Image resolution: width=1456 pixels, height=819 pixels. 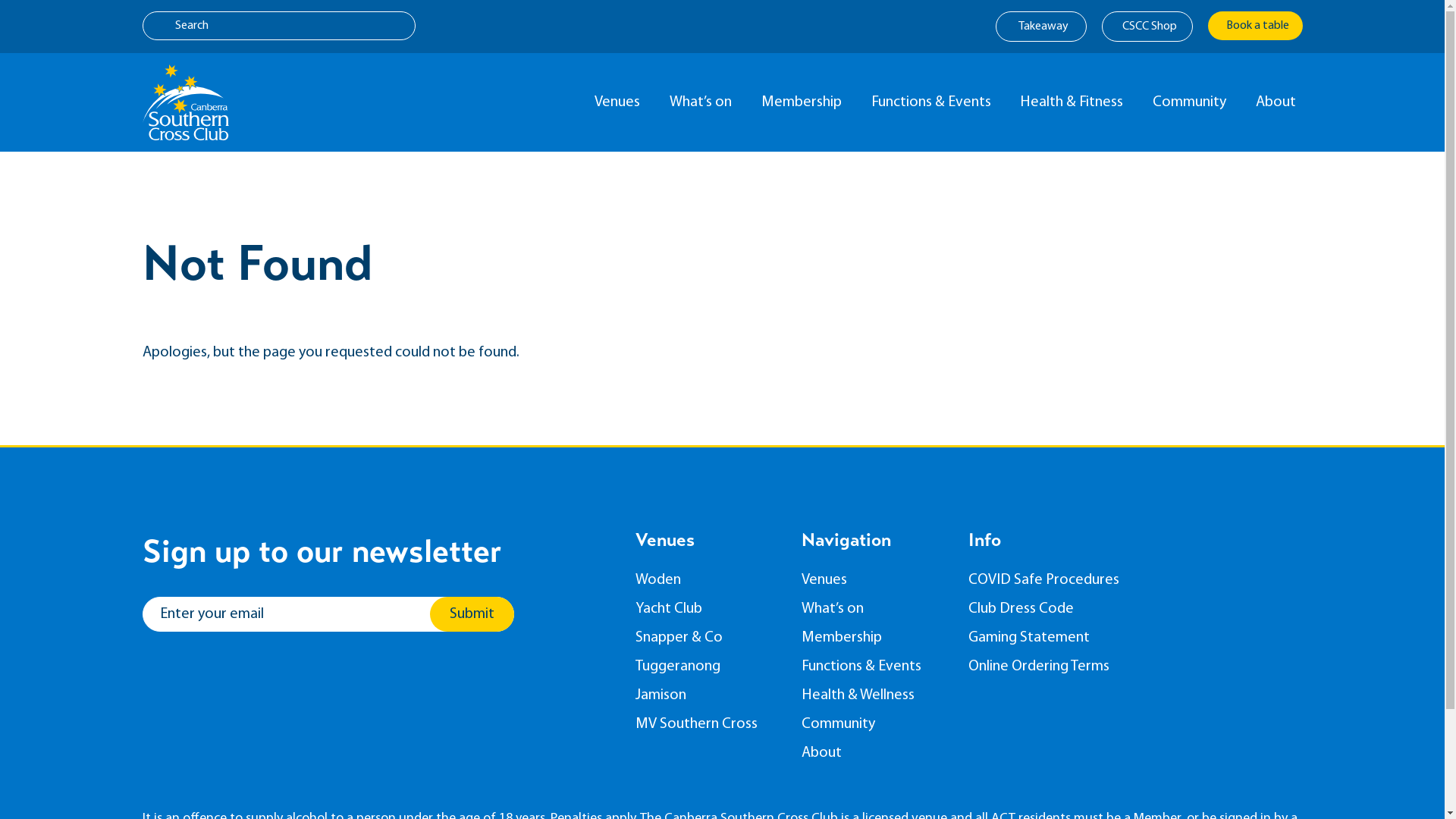 I want to click on 'Takeaway', so click(x=1040, y=26).